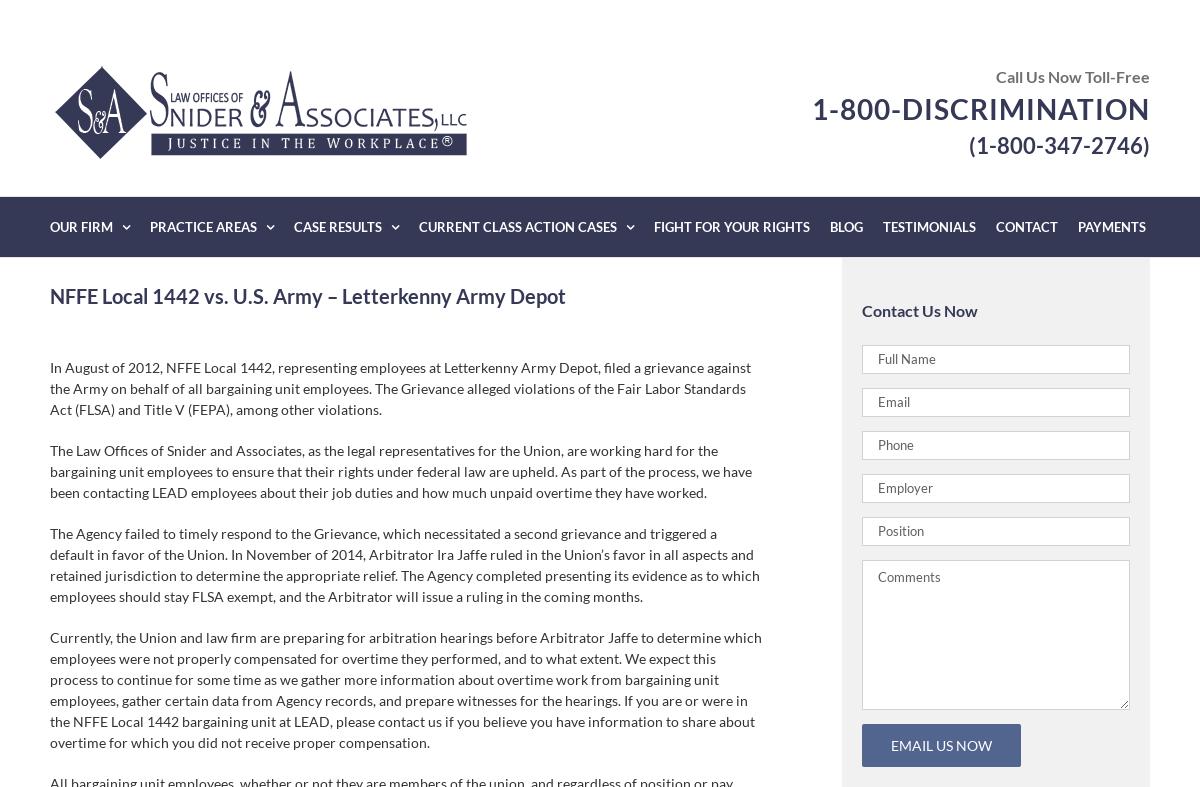 The width and height of the screenshot is (1200, 787). I want to click on 'Practice Areas', so click(202, 226).